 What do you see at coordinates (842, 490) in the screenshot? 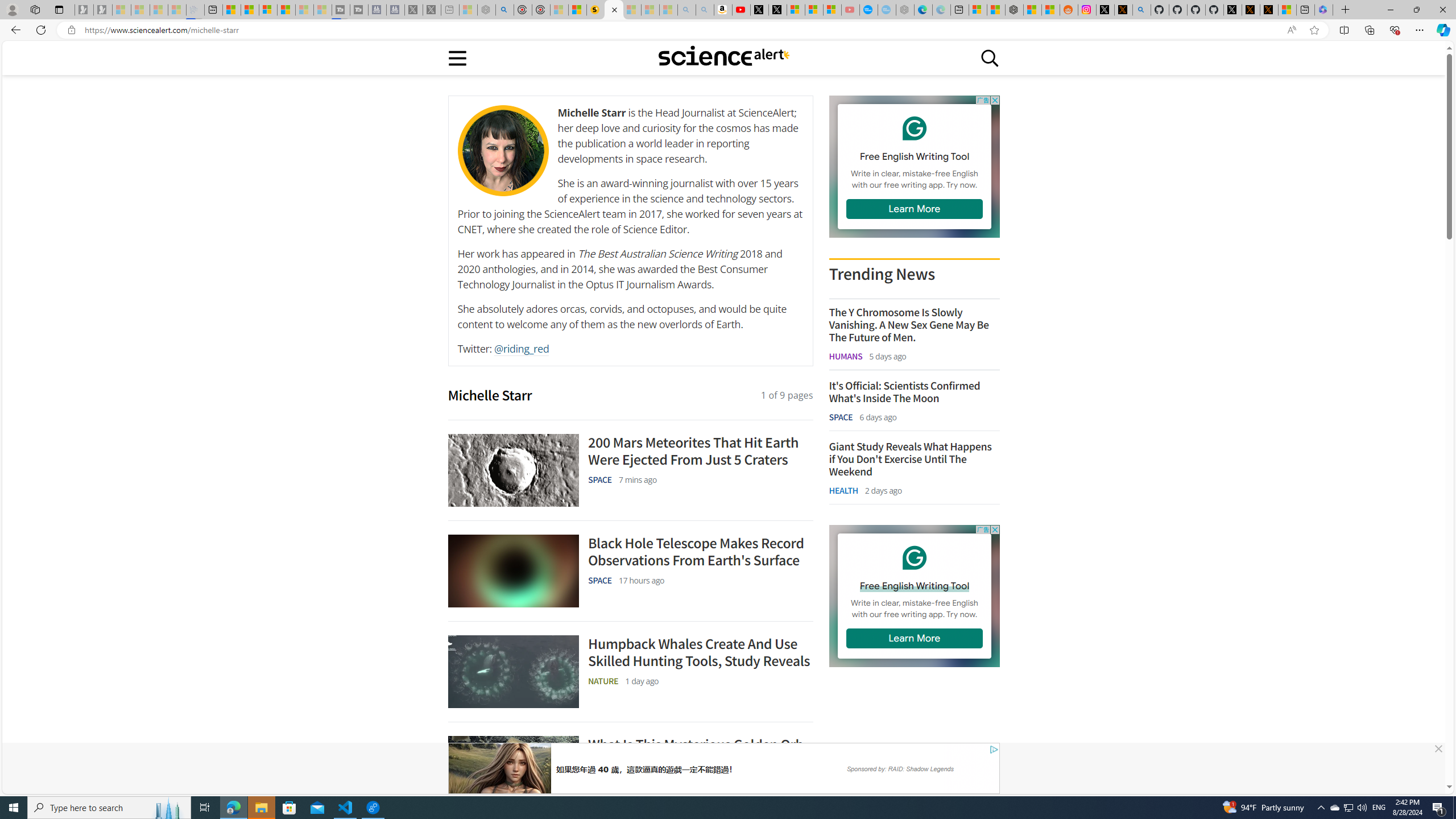
I see `'HEALTH'` at bounding box center [842, 490].